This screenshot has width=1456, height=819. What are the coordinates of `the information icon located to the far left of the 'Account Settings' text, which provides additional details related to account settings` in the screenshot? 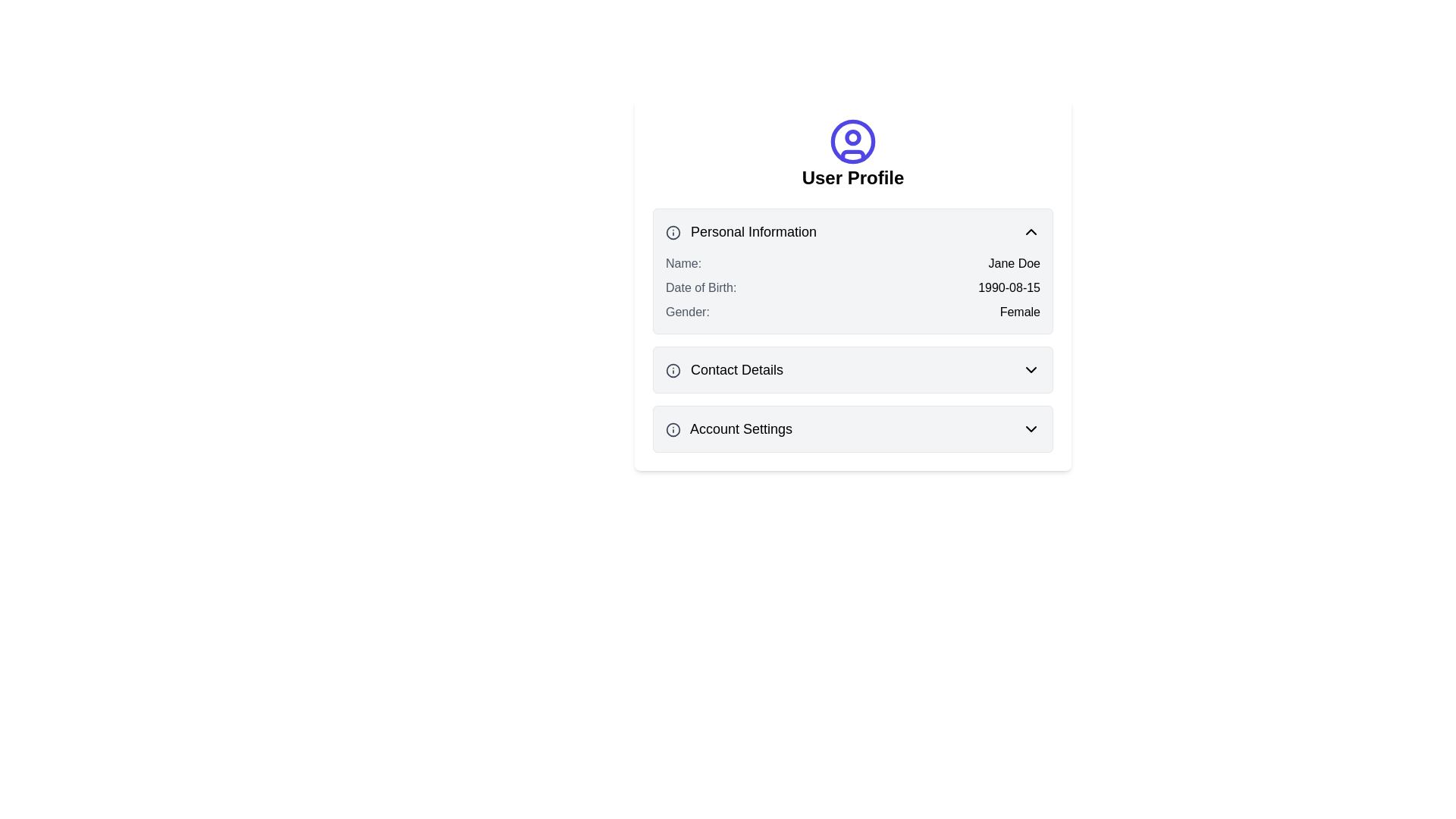 It's located at (673, 430).